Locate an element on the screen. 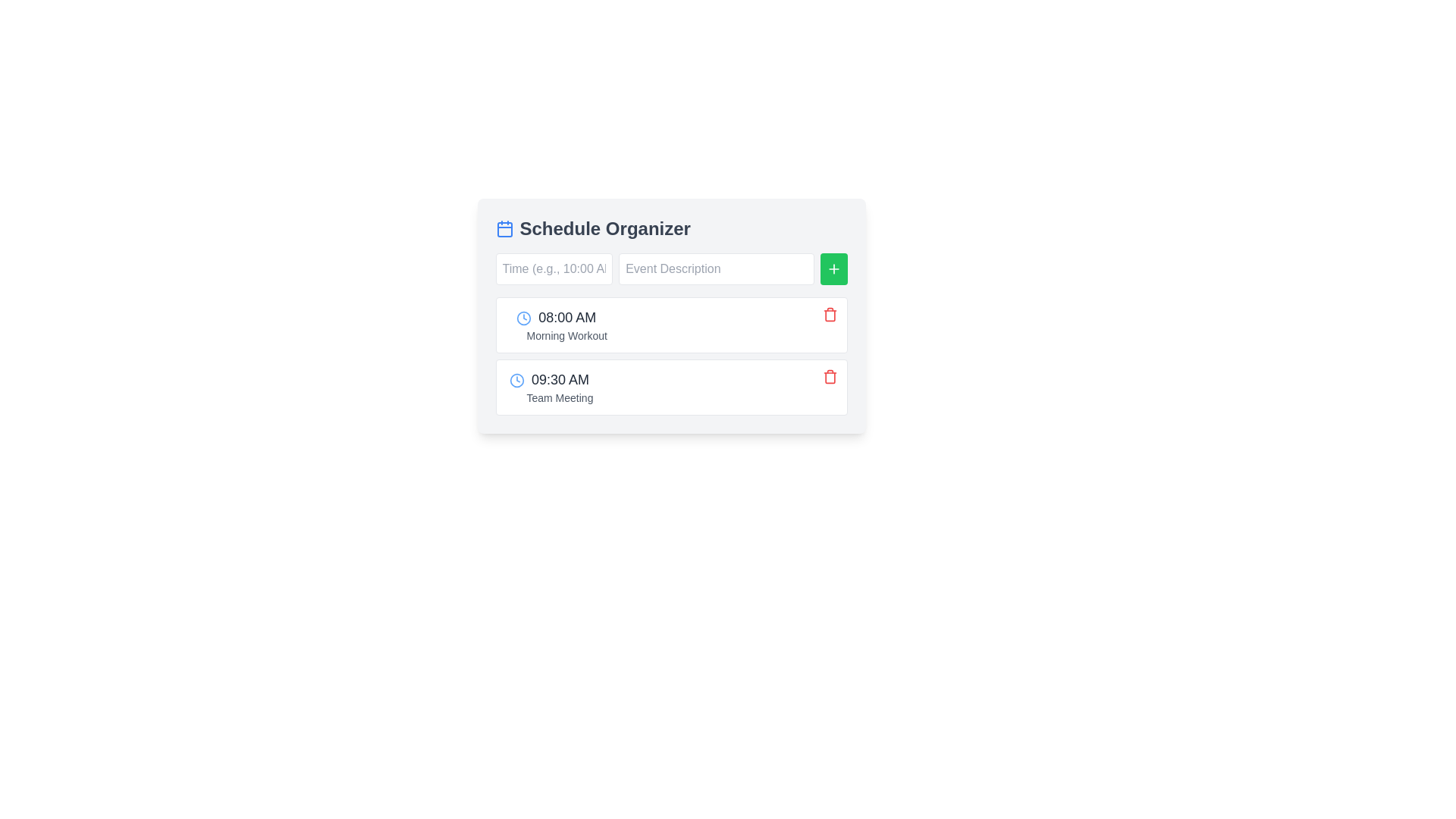  the red trash can icon button located at the right end of the top event row in the schedule organizer interface for the '08:00 AM Morning Workout' event is located at coordinates (829, 314).